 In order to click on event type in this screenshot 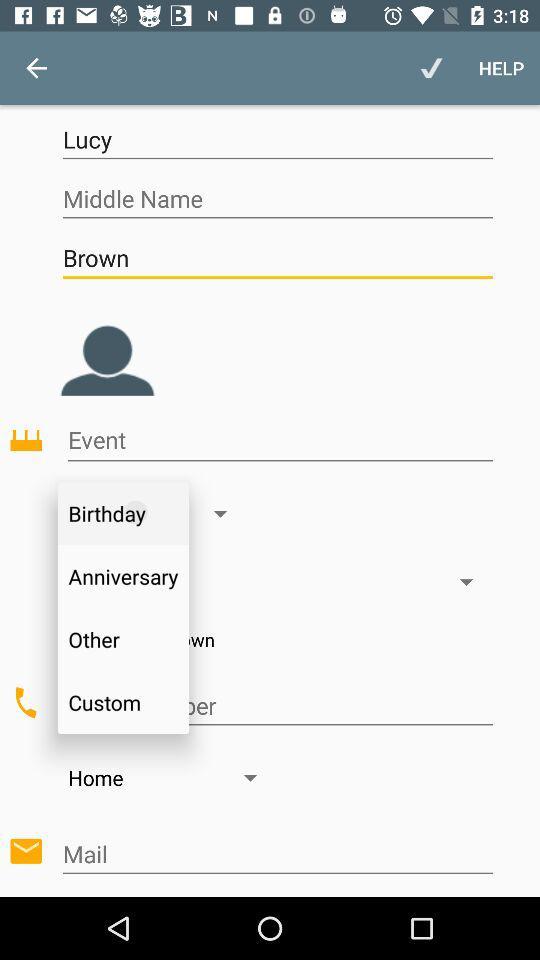, I will do `click(279, 440)`.